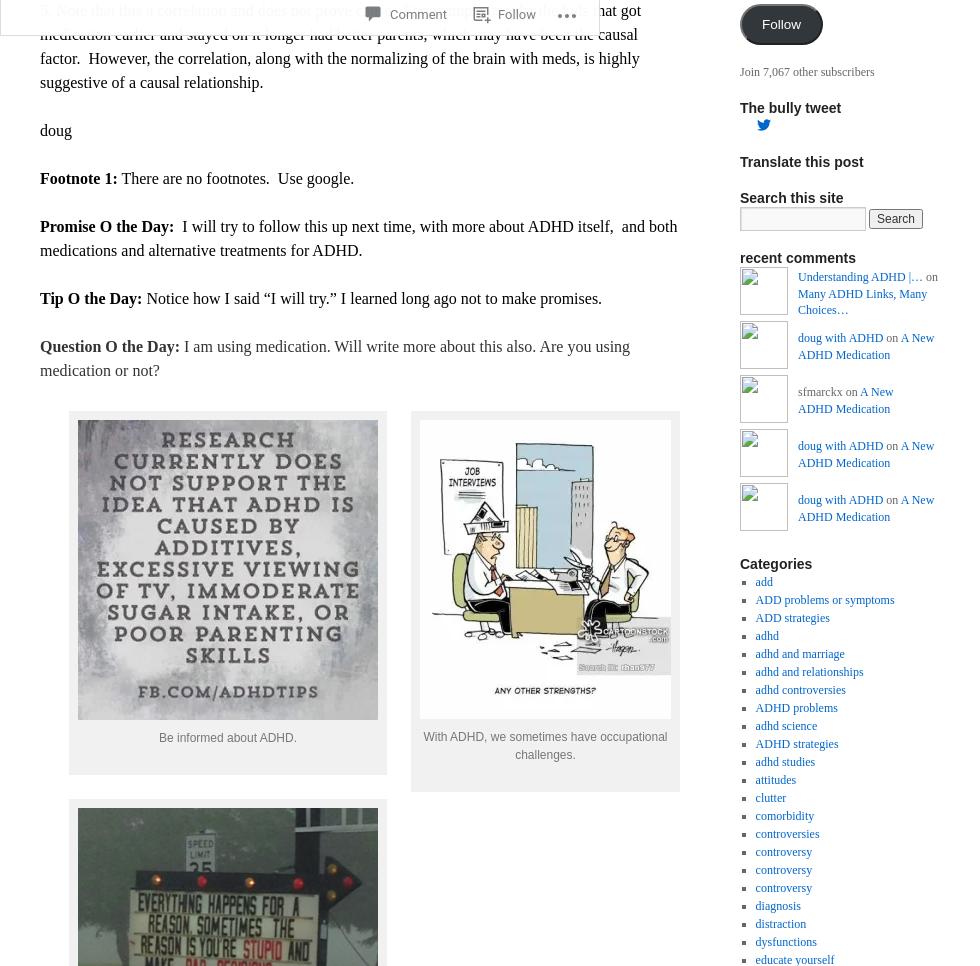 The width and height of the screenshot is (980, 966). What do you see at coordinates (227, 736) in the screenshot?
I see `'Be informed about ADHD.'` at bounding box center [227, 736].